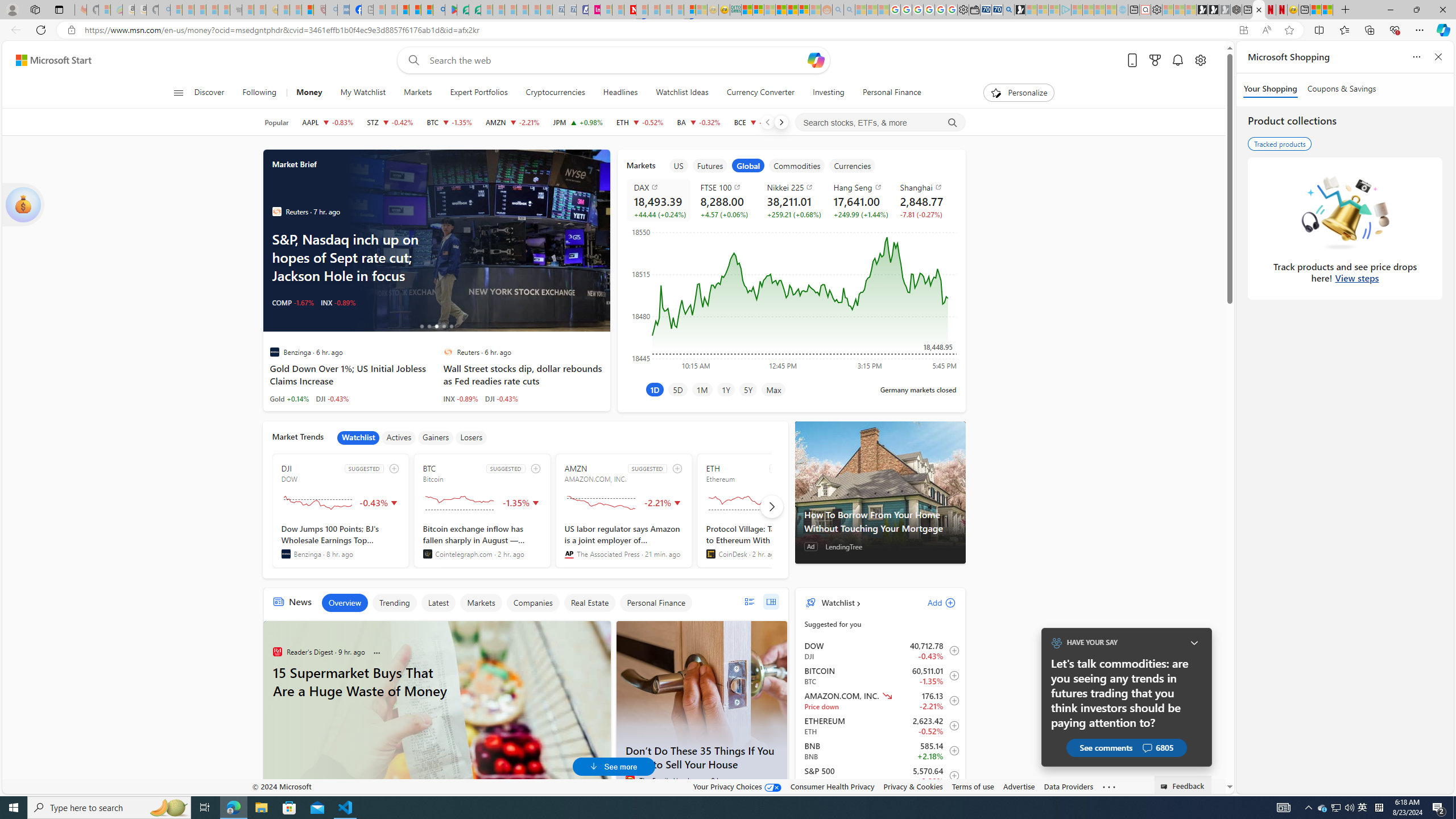  Describe the element at coordinates (286, 553) in the screenshot. I see `'Benzinga'` at that location.